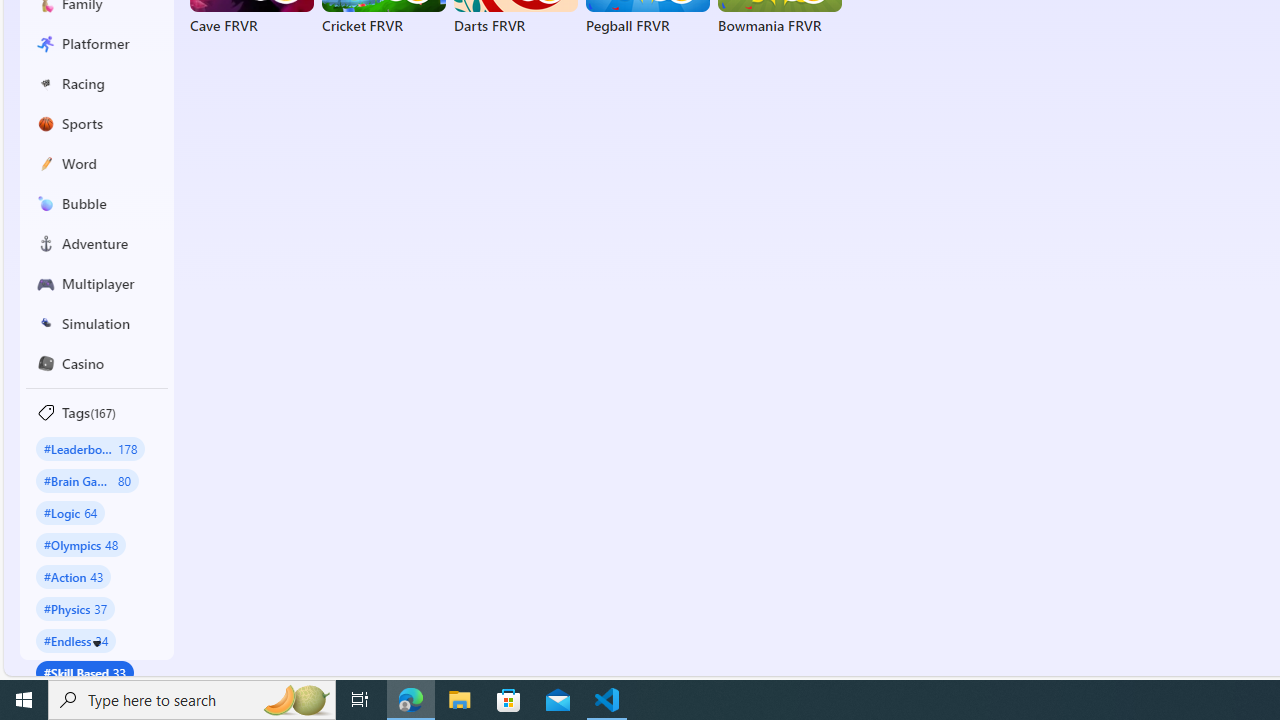 The image size is (1280, 720). What do you see at coordinates (74, 576) in the screenshot?
I see `'#Action 43'` at bounding box center [74, 576].